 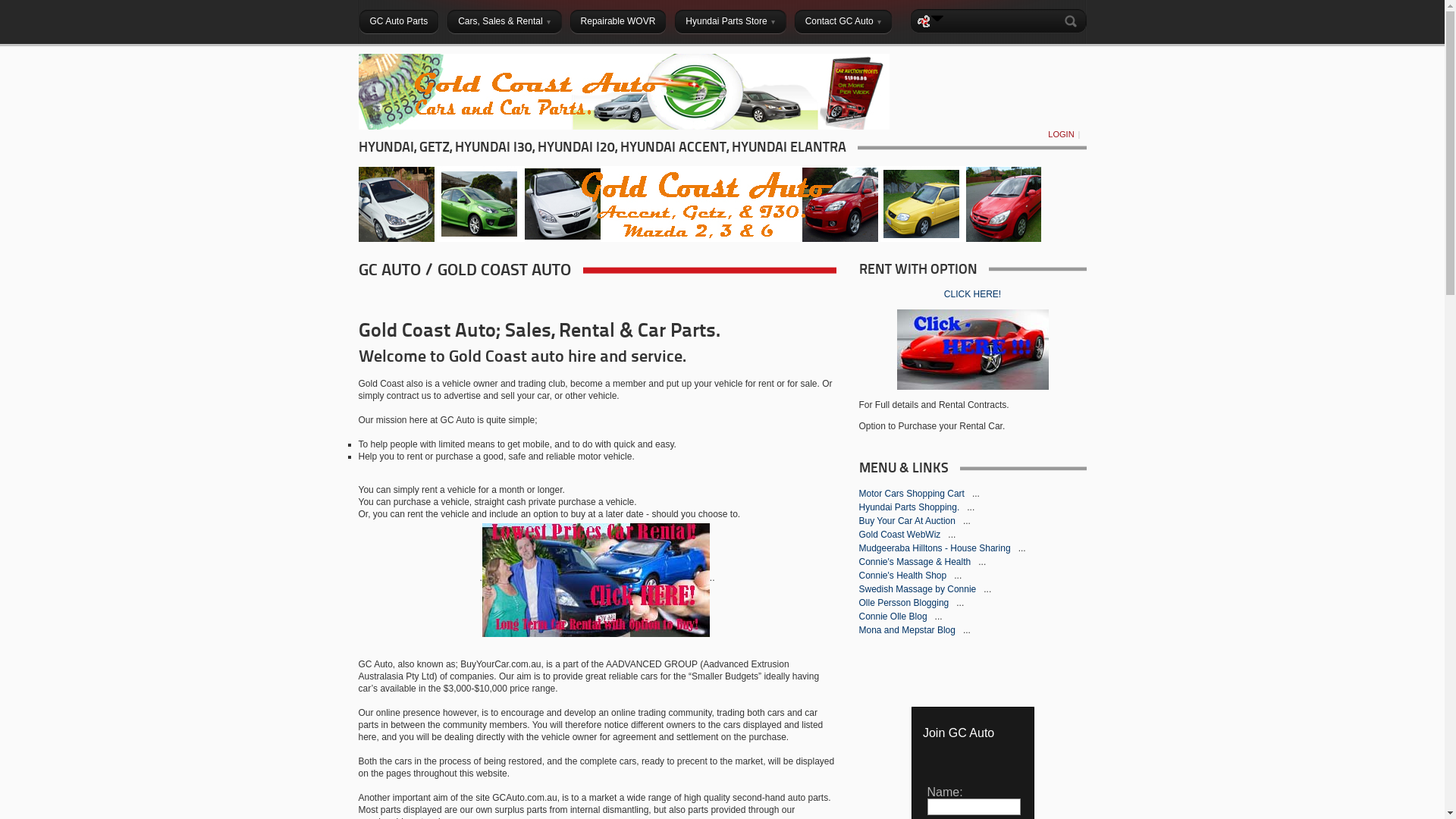 I want to click on 'Contact GC Auto', so click(x=843, y=20).